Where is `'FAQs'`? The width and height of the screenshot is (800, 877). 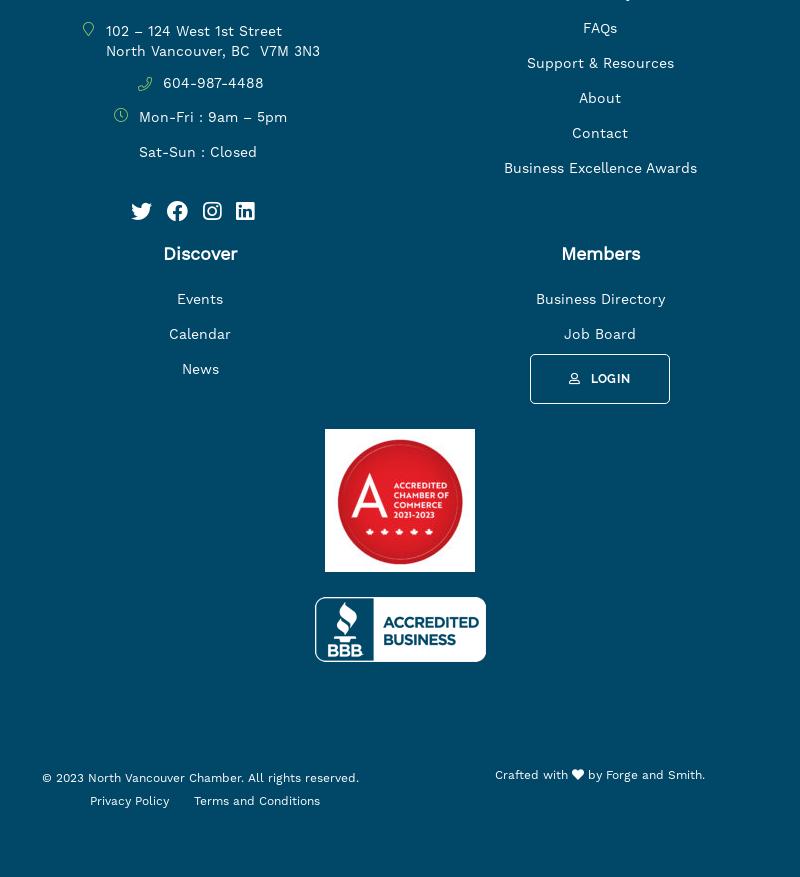 'FAQs' is located at coordinates (600, 26).